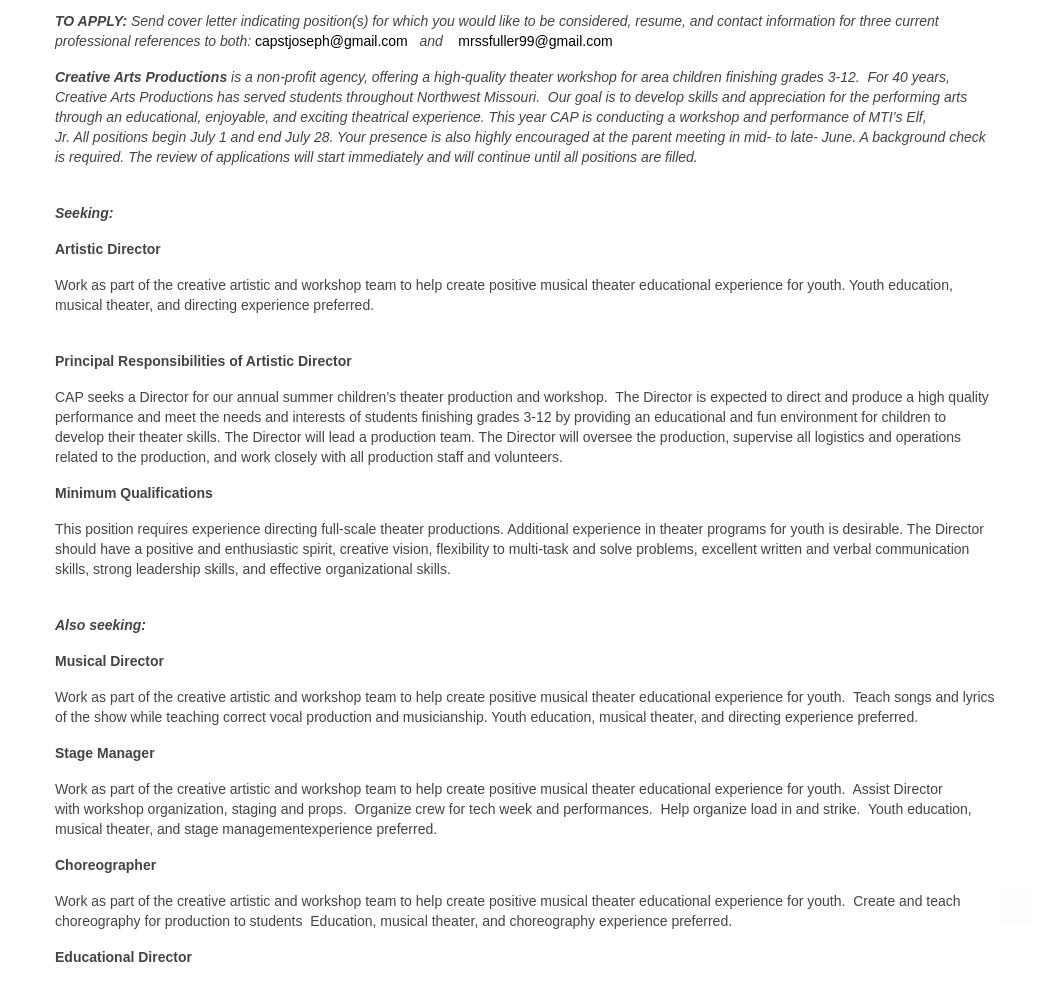 The height and width of the screenshot is (983, 1050). What do you see at coordinates (54, 248) in the screenshot?
I see `'Artistic'` at bounding box center [54, 248].